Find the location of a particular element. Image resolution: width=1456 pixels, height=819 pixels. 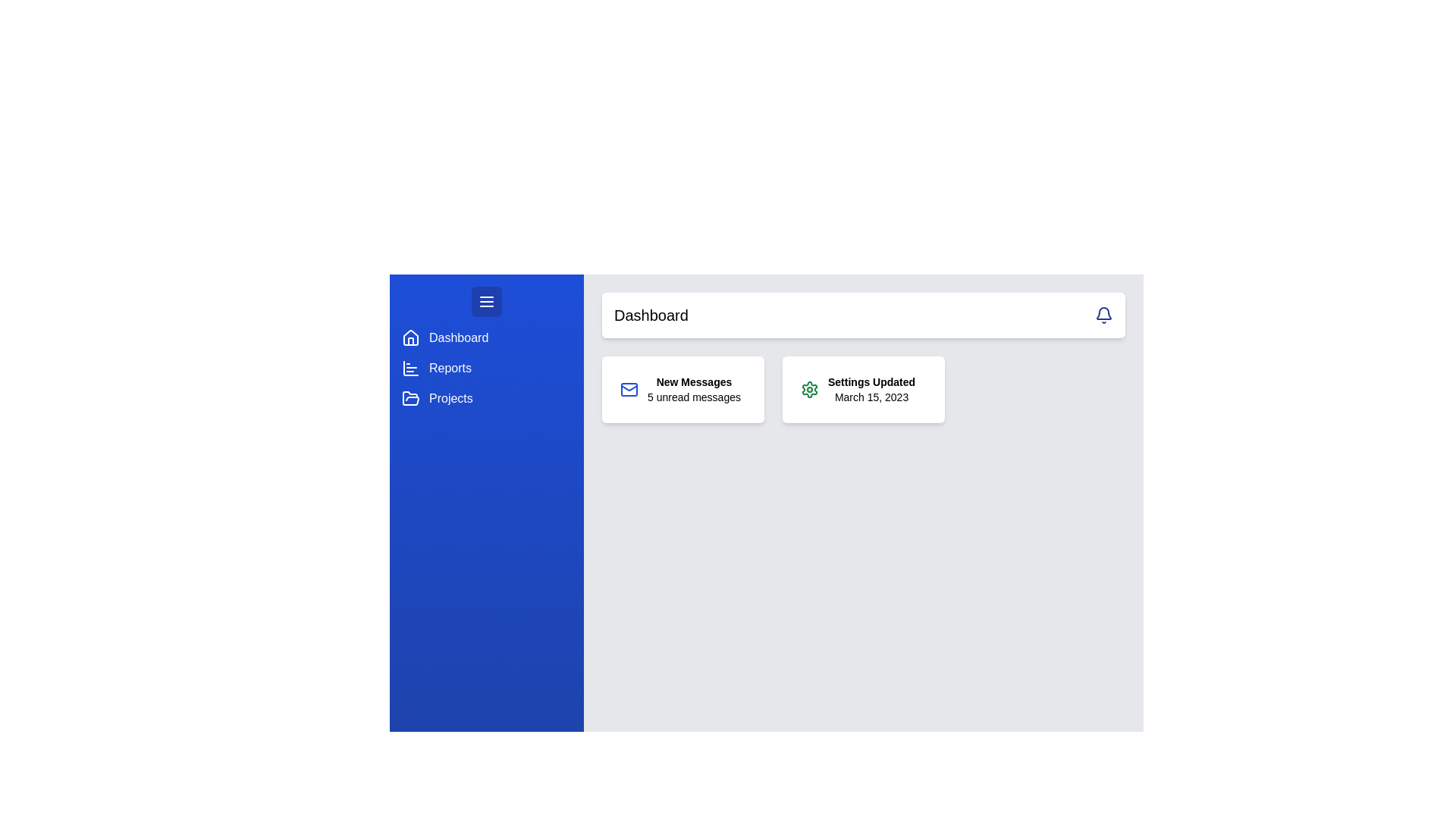

the 'Reports' icon located in the sidebar, which is positioned below the home button and above the projects button is located at coordinates (411, 369).